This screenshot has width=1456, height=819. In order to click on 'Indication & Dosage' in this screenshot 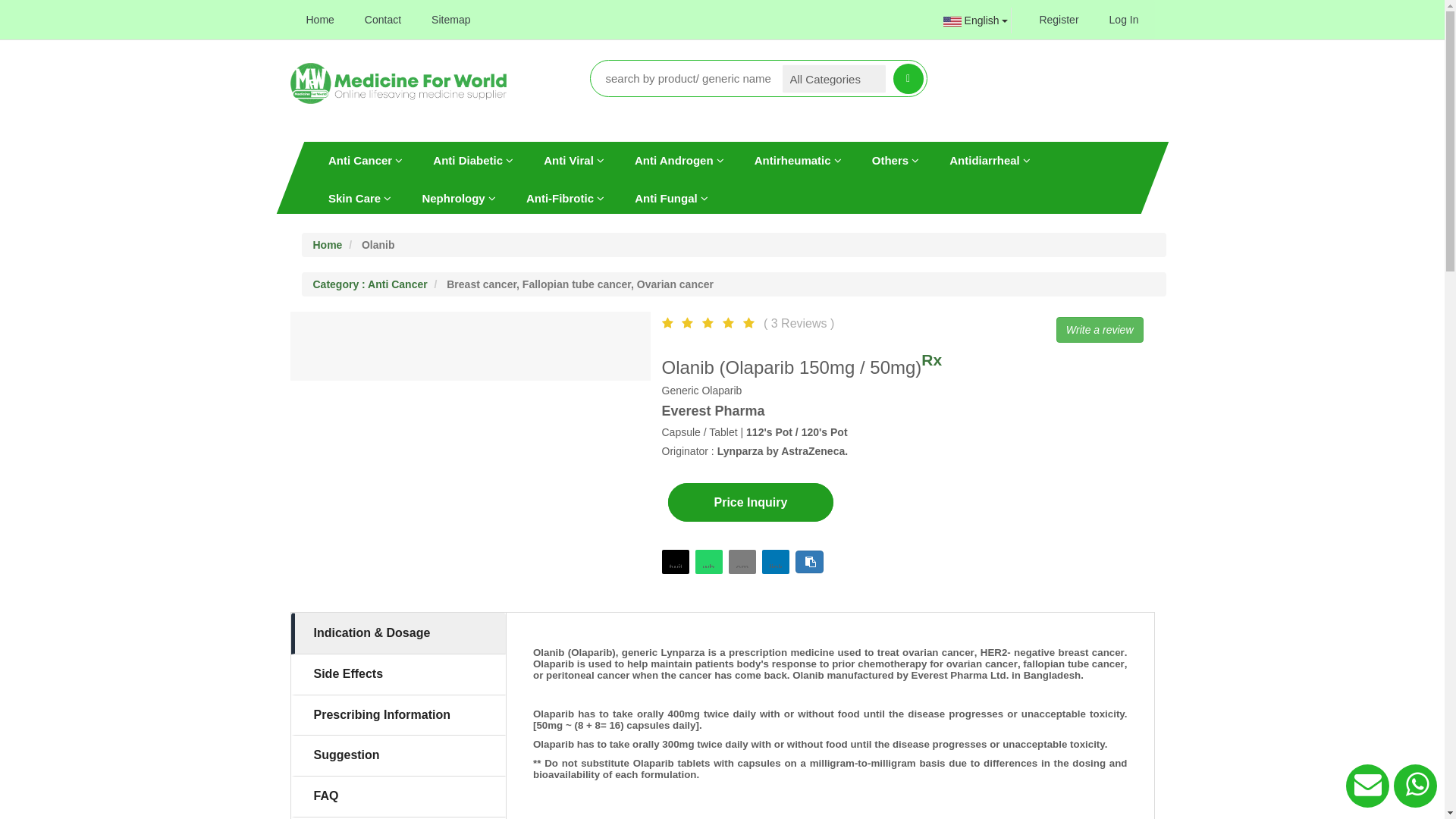, I will do `click(399, 633)`.